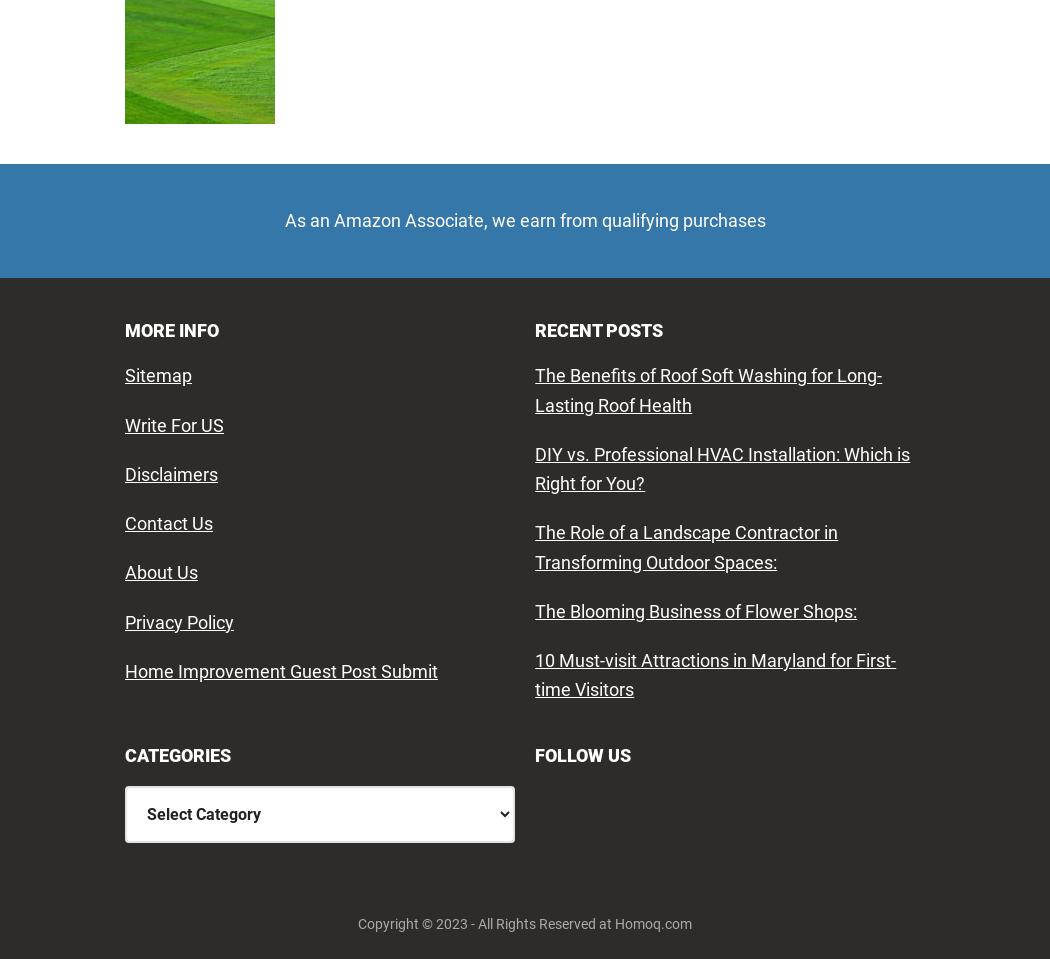 This screenshot has width=1050, height=959. I want to click on 'Sitemap', so click(123, 375).